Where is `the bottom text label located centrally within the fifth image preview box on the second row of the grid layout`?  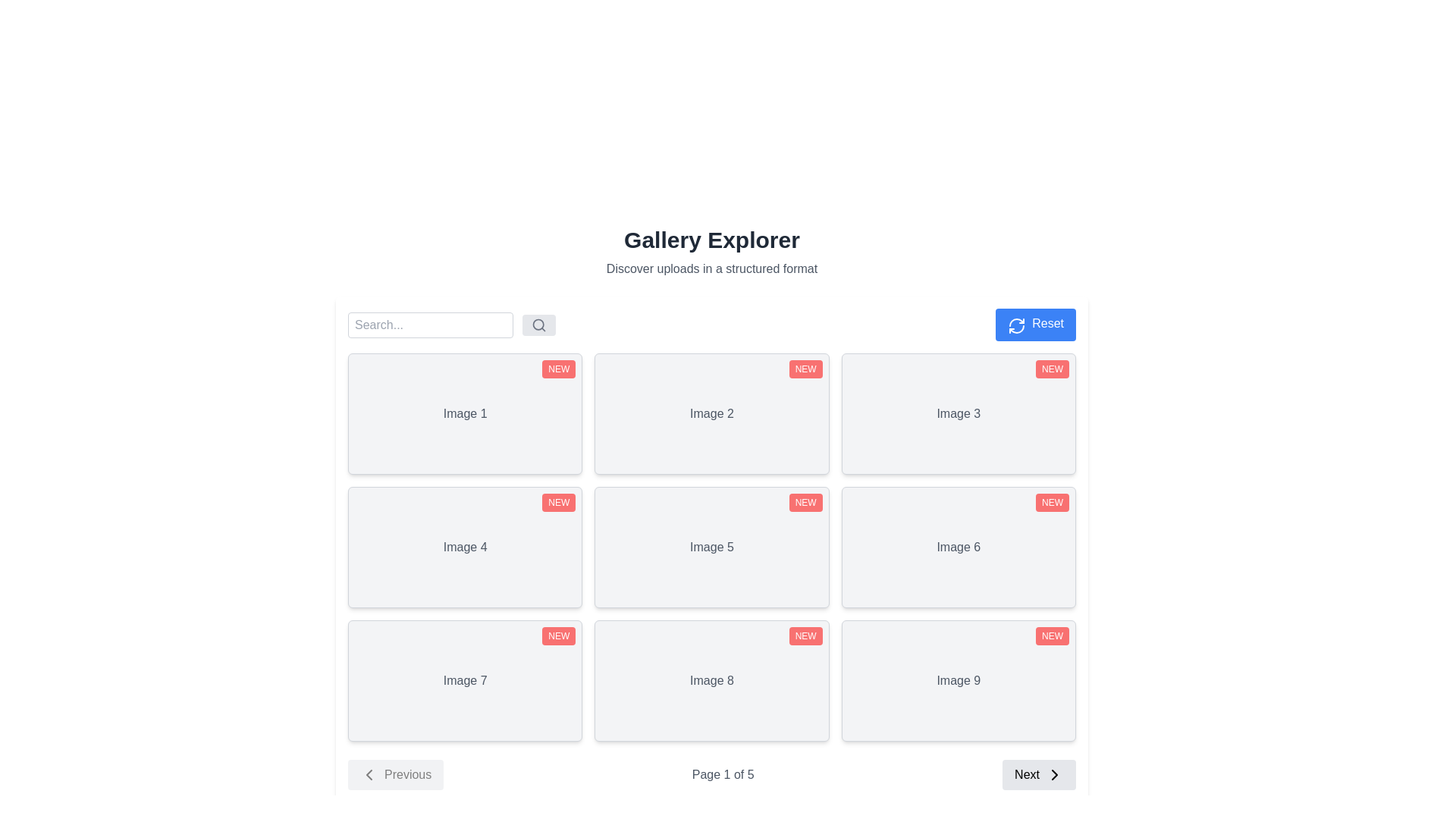
the bottom text label located centrally within the fifth image preview box on the second row of the grid layout is located at coordinates (711, 547).